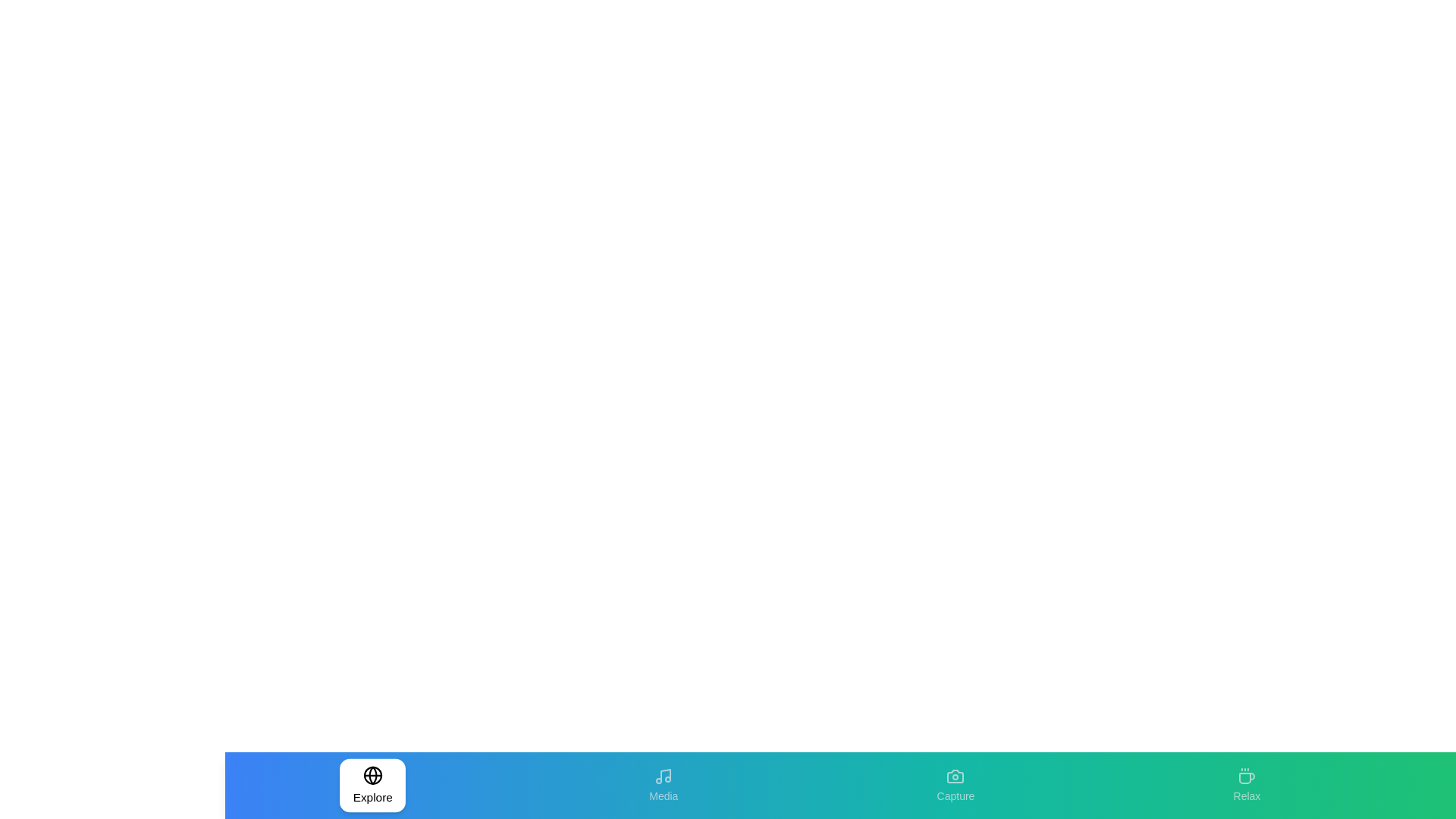 The height and width of the screenshot is (819, 1456). What do you see at coordinates (1247, 785) in the screenshot?
I see `the tab labeled Relax` at bounding box center [1247, 785].